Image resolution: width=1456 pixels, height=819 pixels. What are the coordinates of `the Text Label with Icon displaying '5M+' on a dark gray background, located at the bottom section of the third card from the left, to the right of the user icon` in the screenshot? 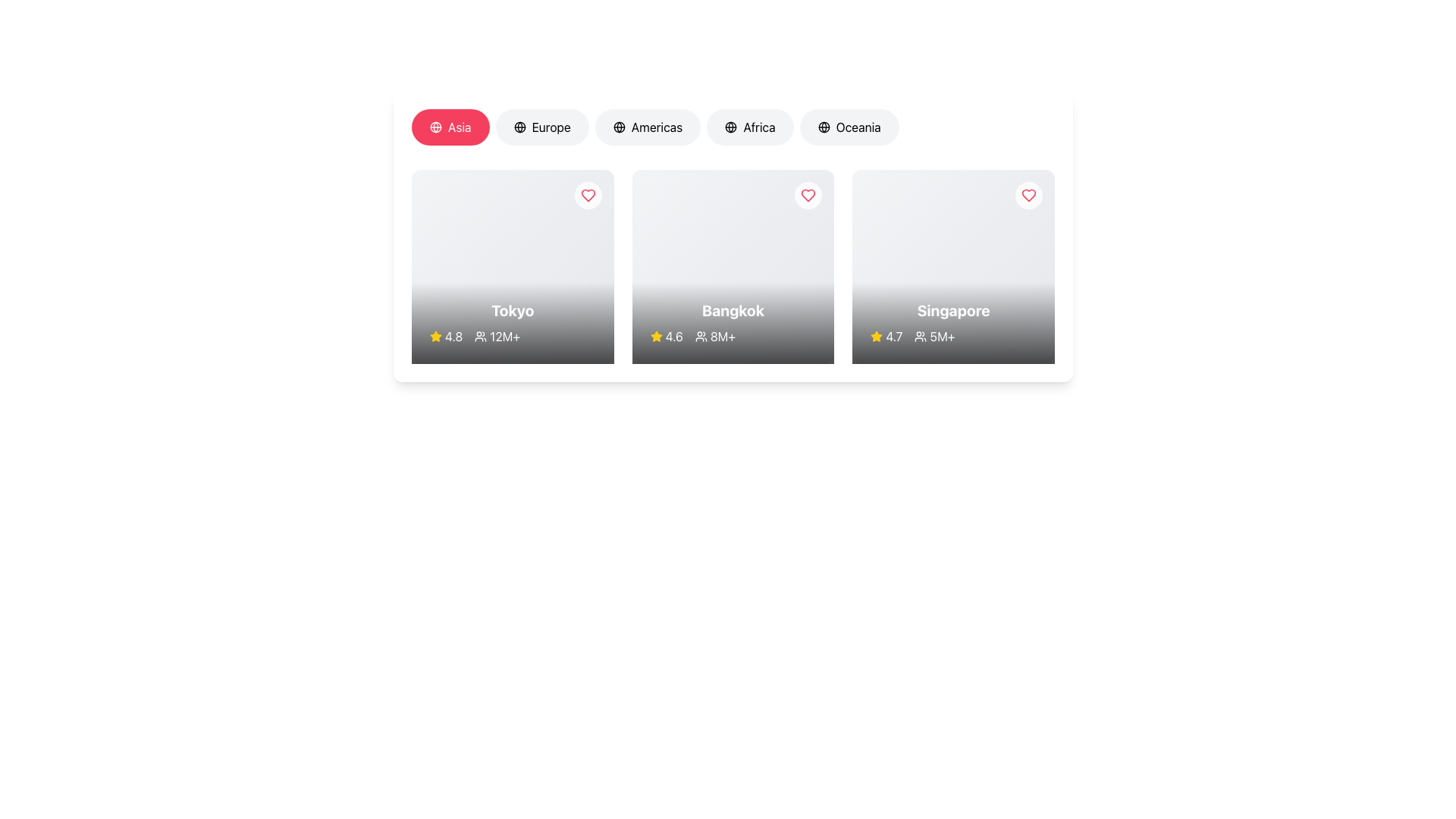 It's located at (934, 335).